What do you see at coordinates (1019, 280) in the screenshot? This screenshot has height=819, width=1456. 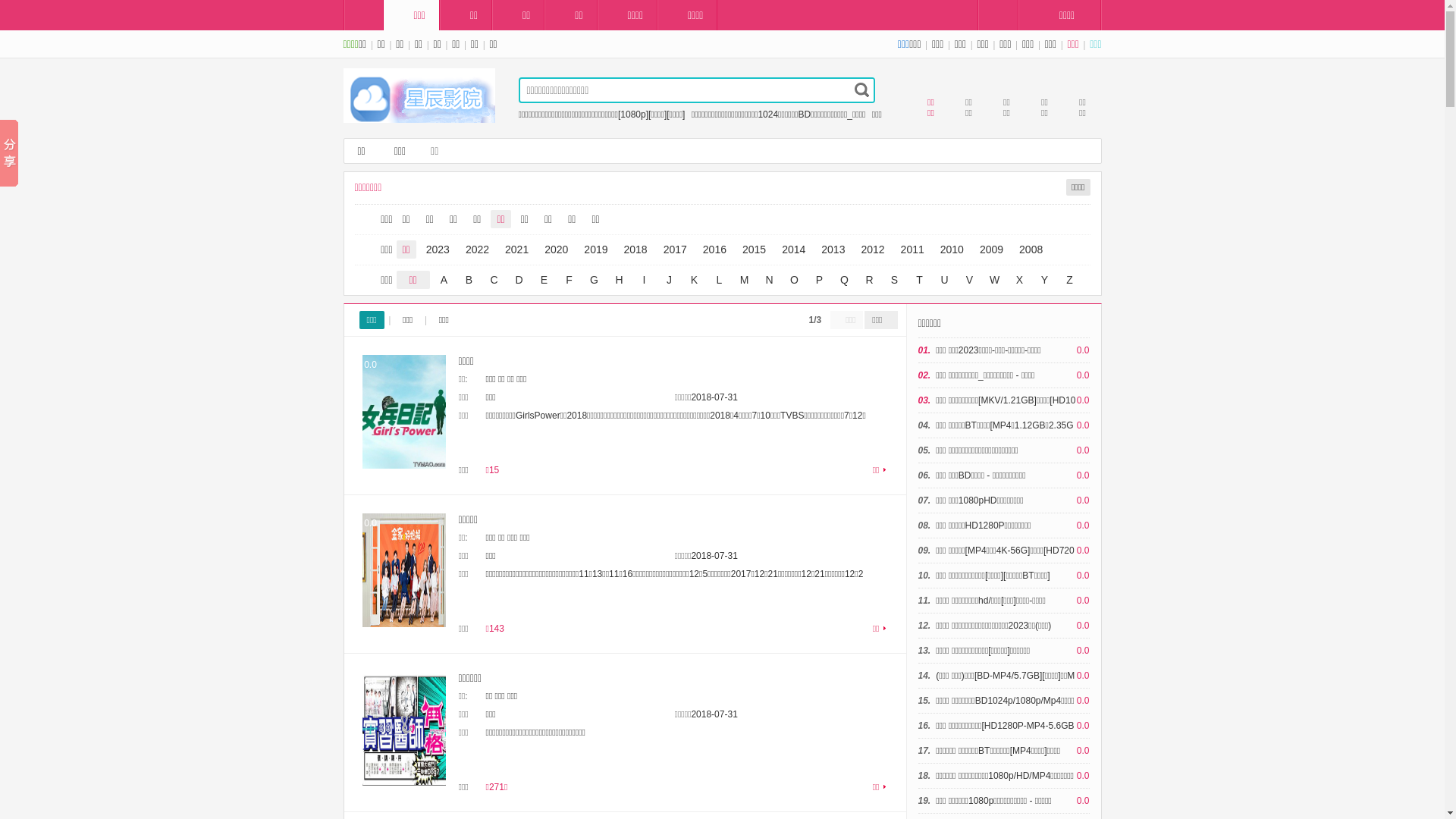 I see `'X'` at bounding box center [1019, 280].